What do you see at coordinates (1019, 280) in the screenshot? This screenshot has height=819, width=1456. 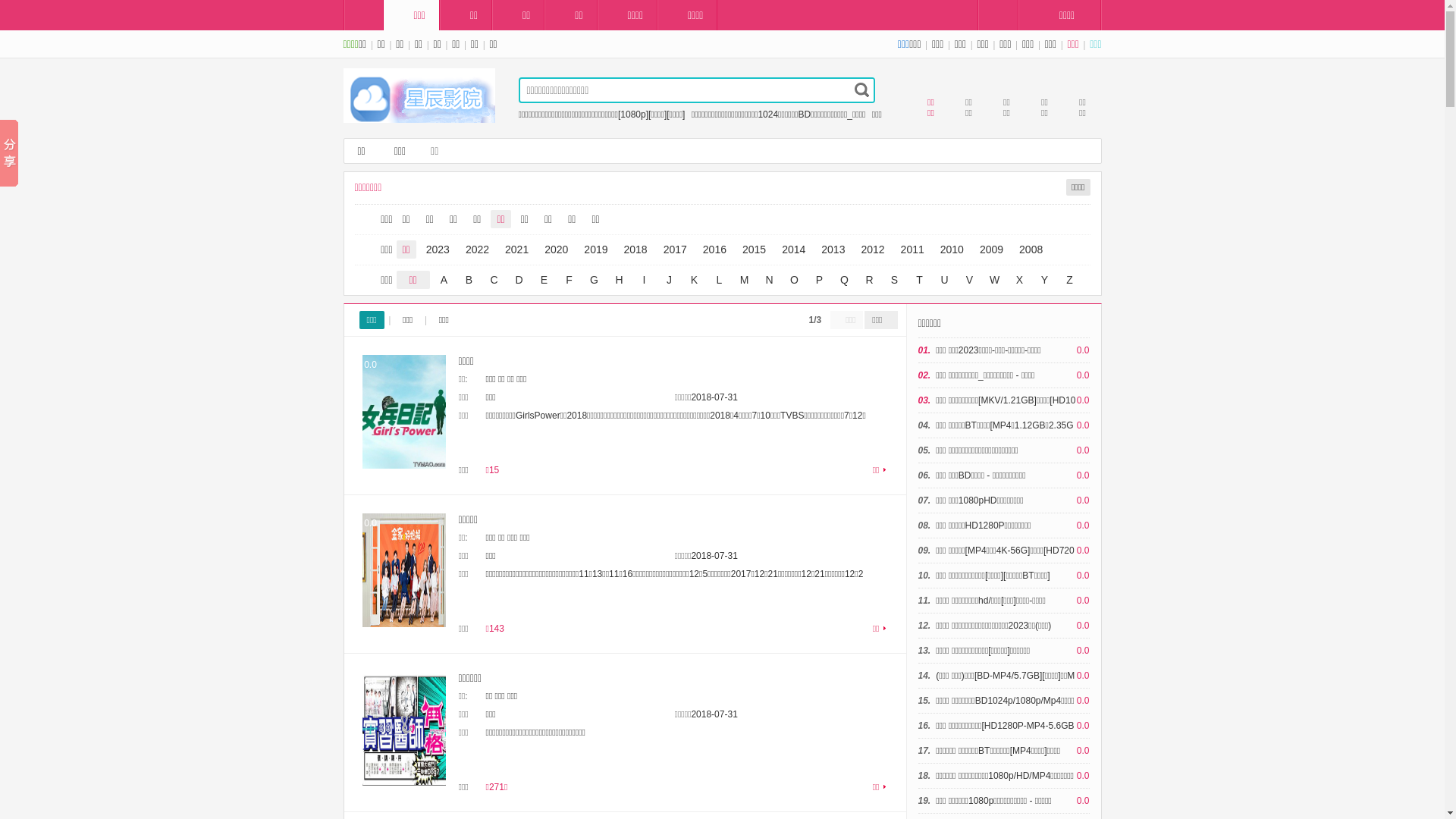 I see `'X'` at bounding box center [1019, 280].